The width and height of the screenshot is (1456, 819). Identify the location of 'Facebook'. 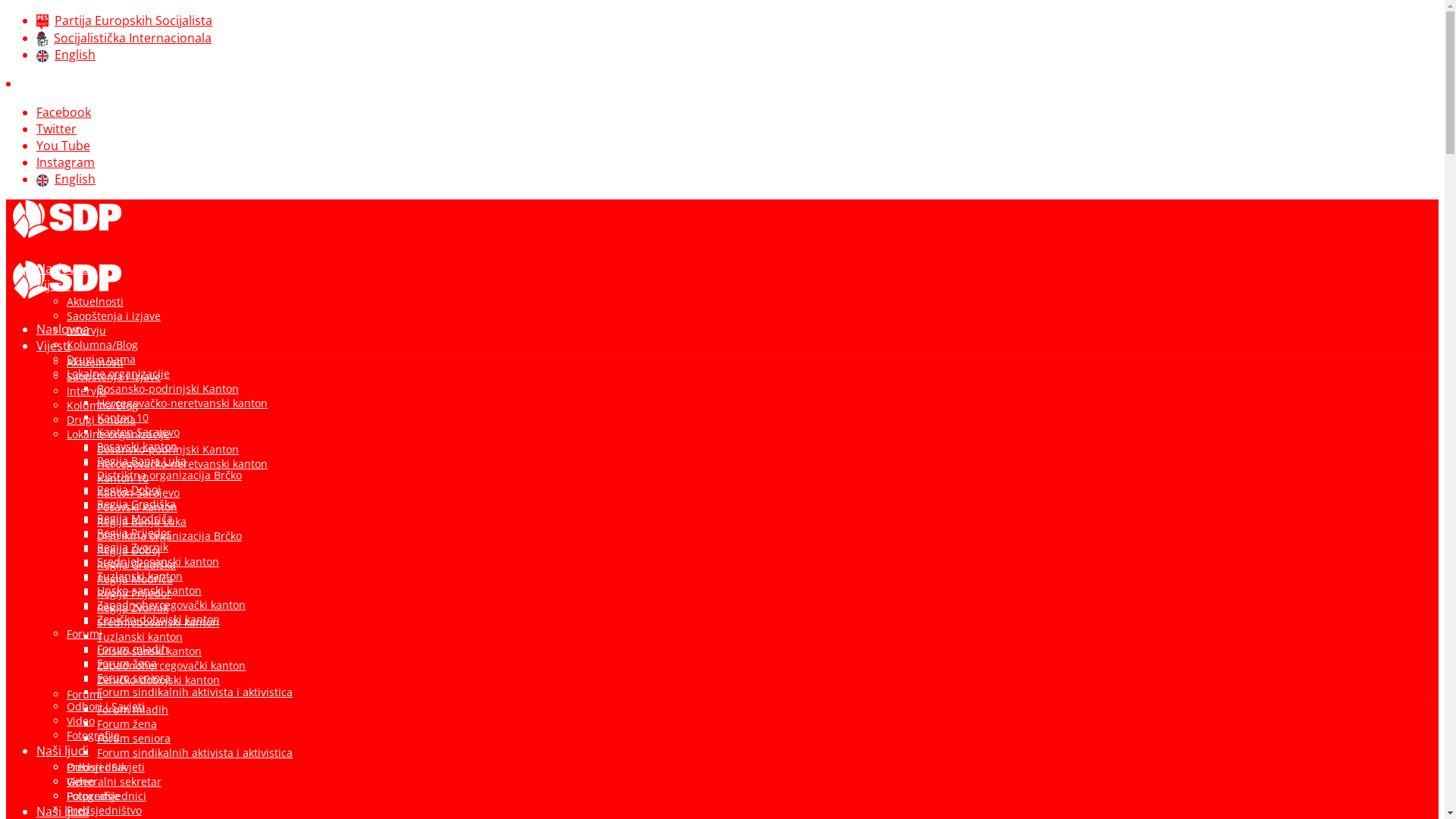
(62, 111).